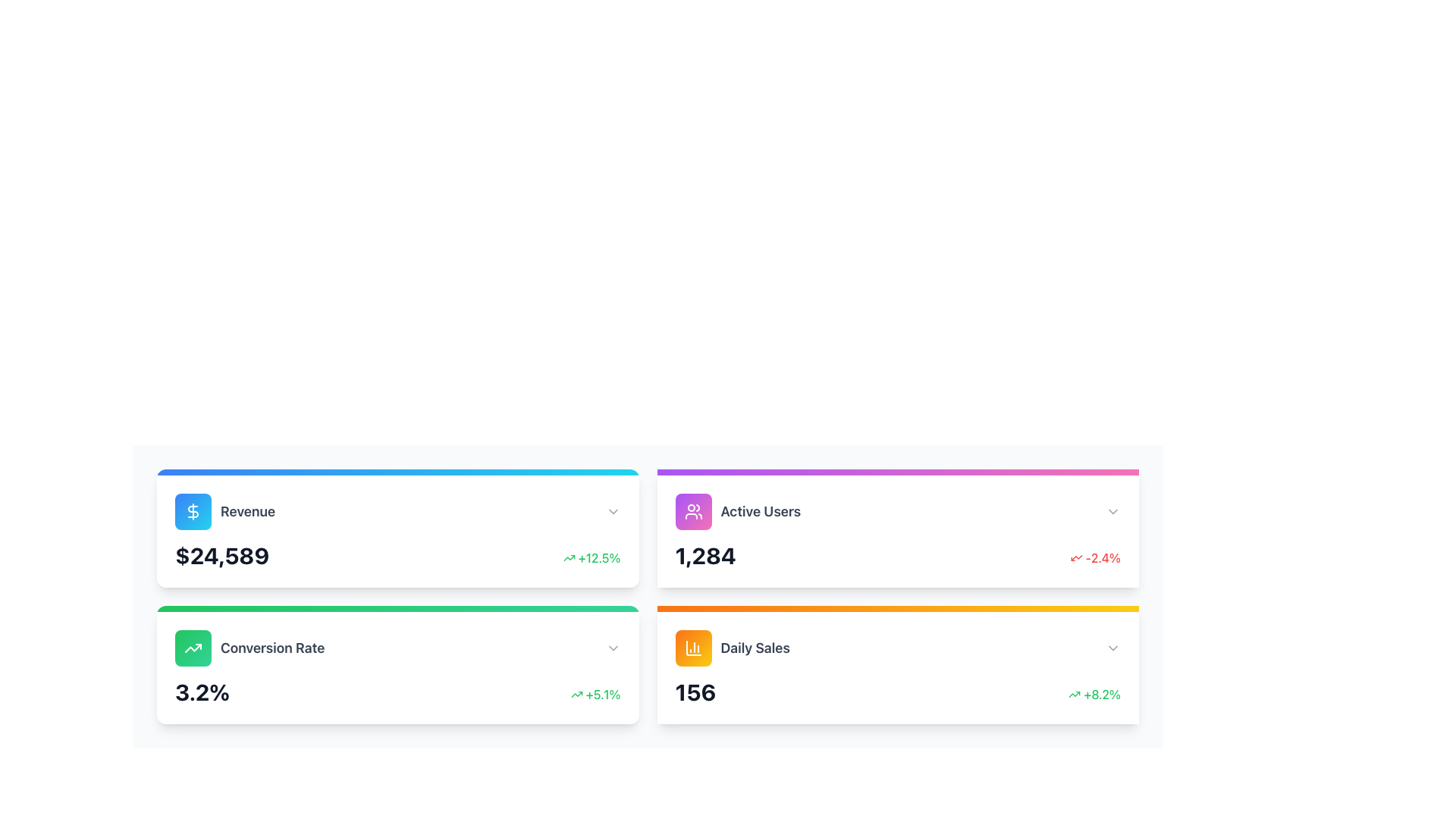 The height and width of the screenshot is (819, 1456). I want to click on the 'Daily Sales' text element, which is styled in bold gray font within an orange-themed section, located in the bottom-right corner of the dashboard interface, so click(755, 648).